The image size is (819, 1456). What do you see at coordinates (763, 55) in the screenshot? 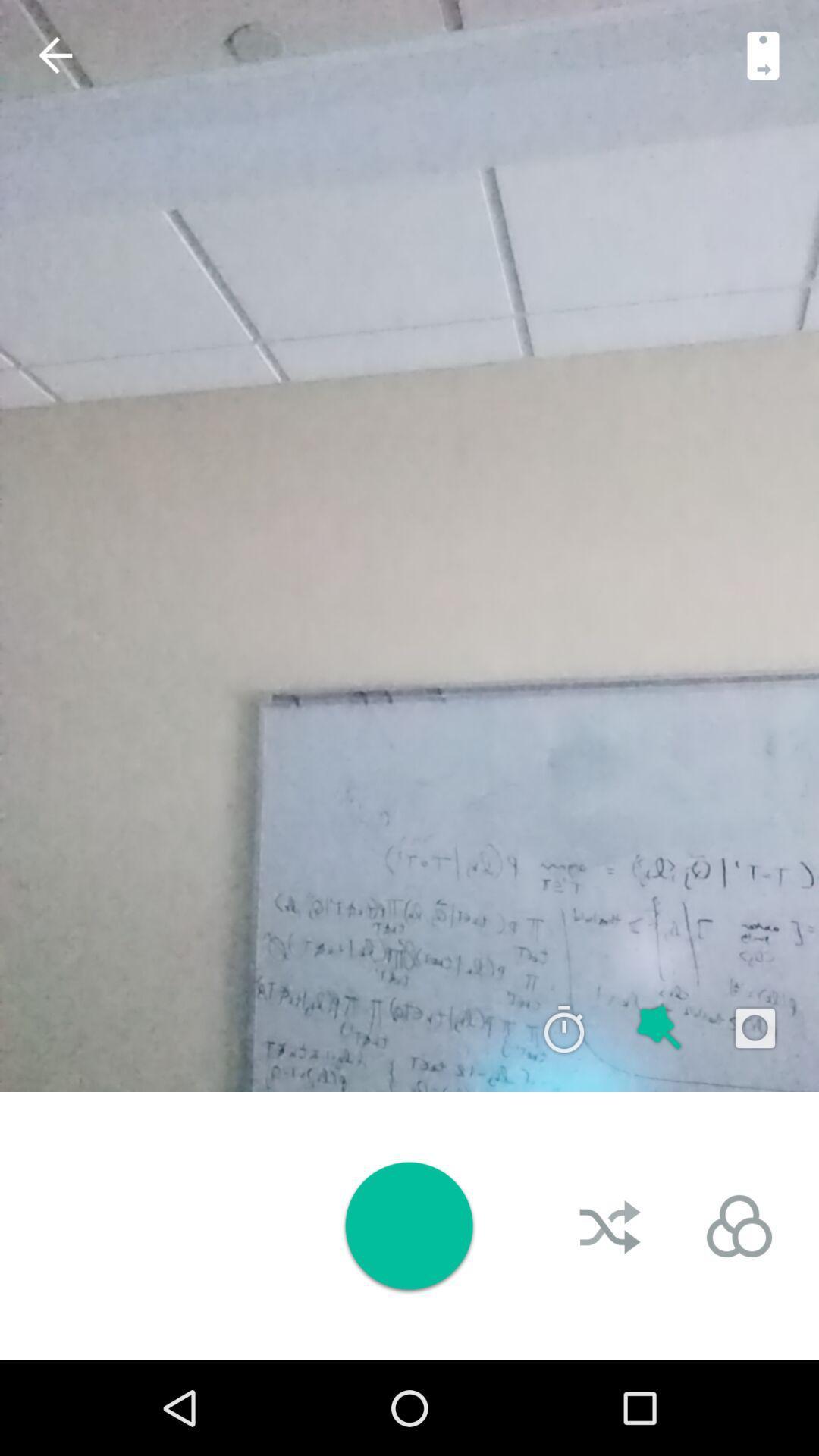
I see `next button` at bounding box center [763, 55].